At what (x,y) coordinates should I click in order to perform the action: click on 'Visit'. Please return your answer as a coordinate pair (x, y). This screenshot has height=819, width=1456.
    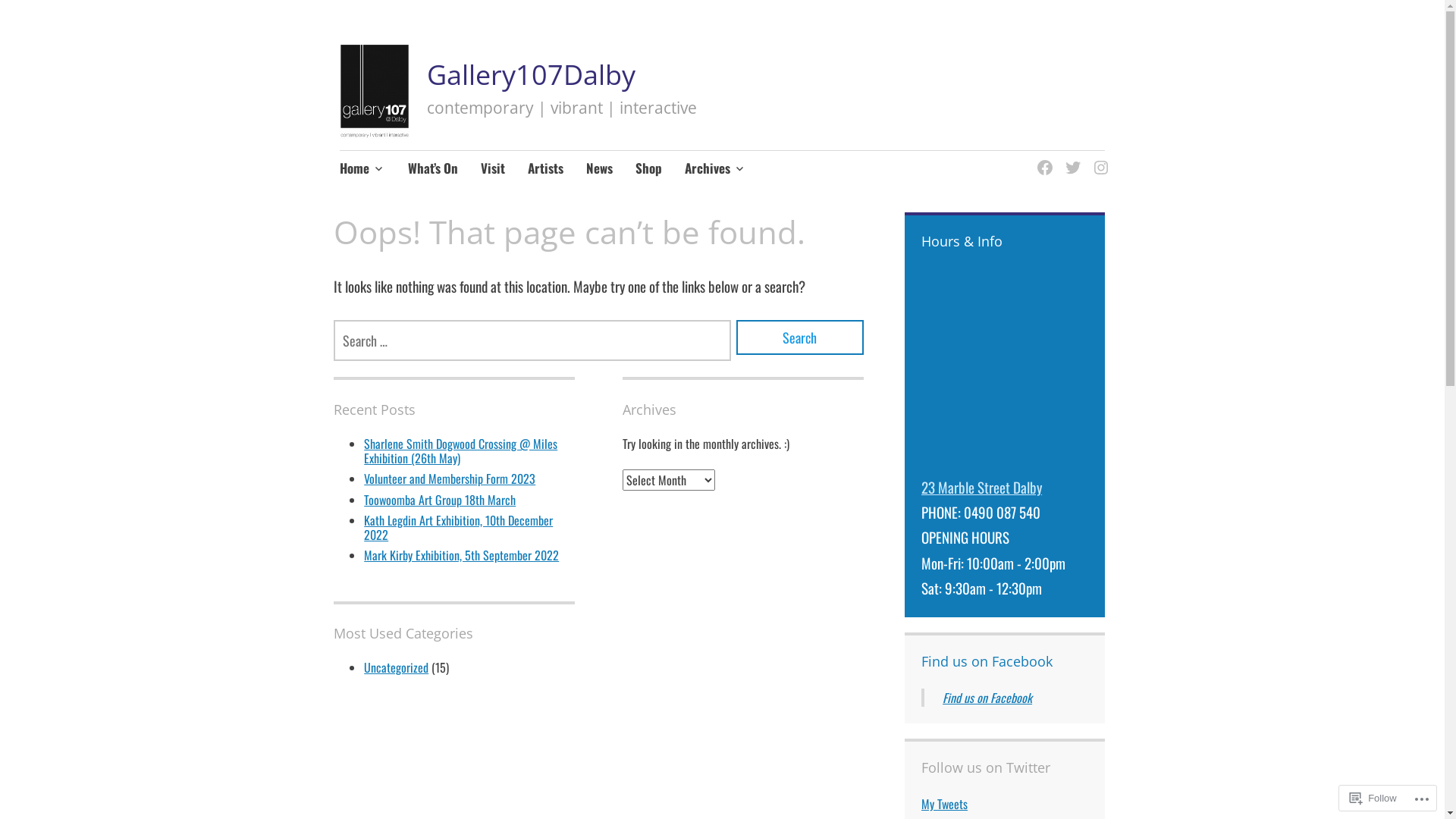
    Looking at the image, I should click on (492, 169).